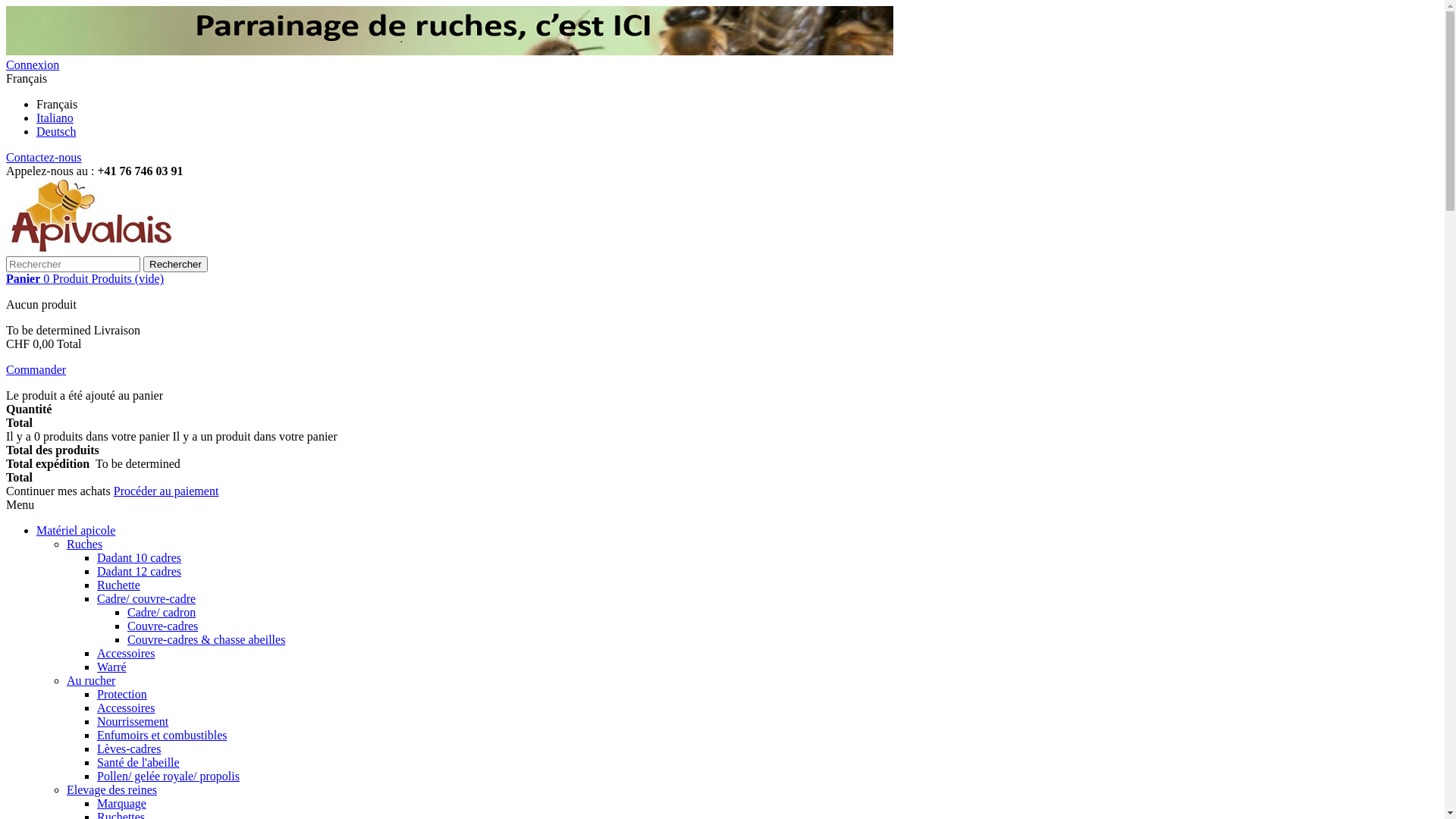 Image resolution: width=1456 pixels, height=819 pixels. What do you see at coordinates (96, 571) in the screenshot?
I see `'Dadant 12 cadres'` at bounding box center [96, 571].